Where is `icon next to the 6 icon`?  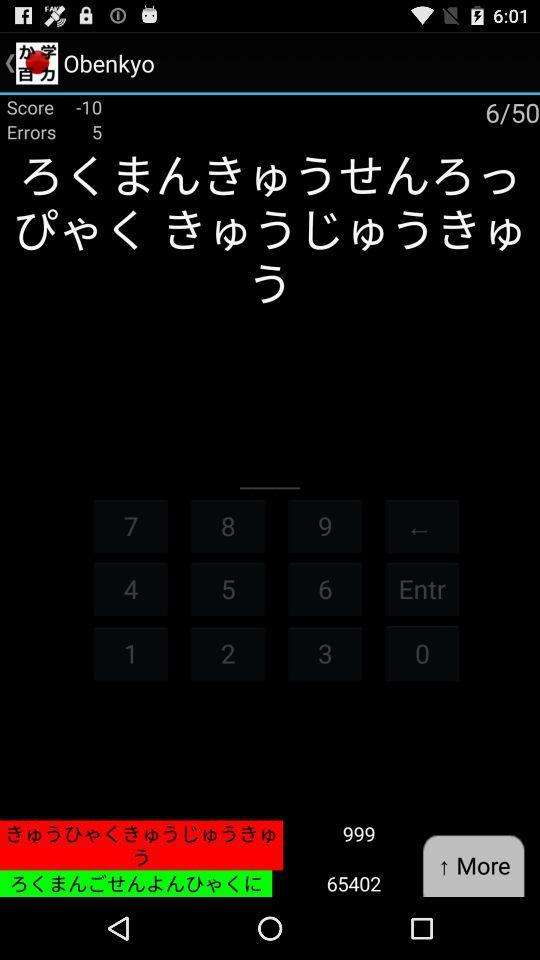
icon next to the 6 icon is located at coordinates (421, 652).